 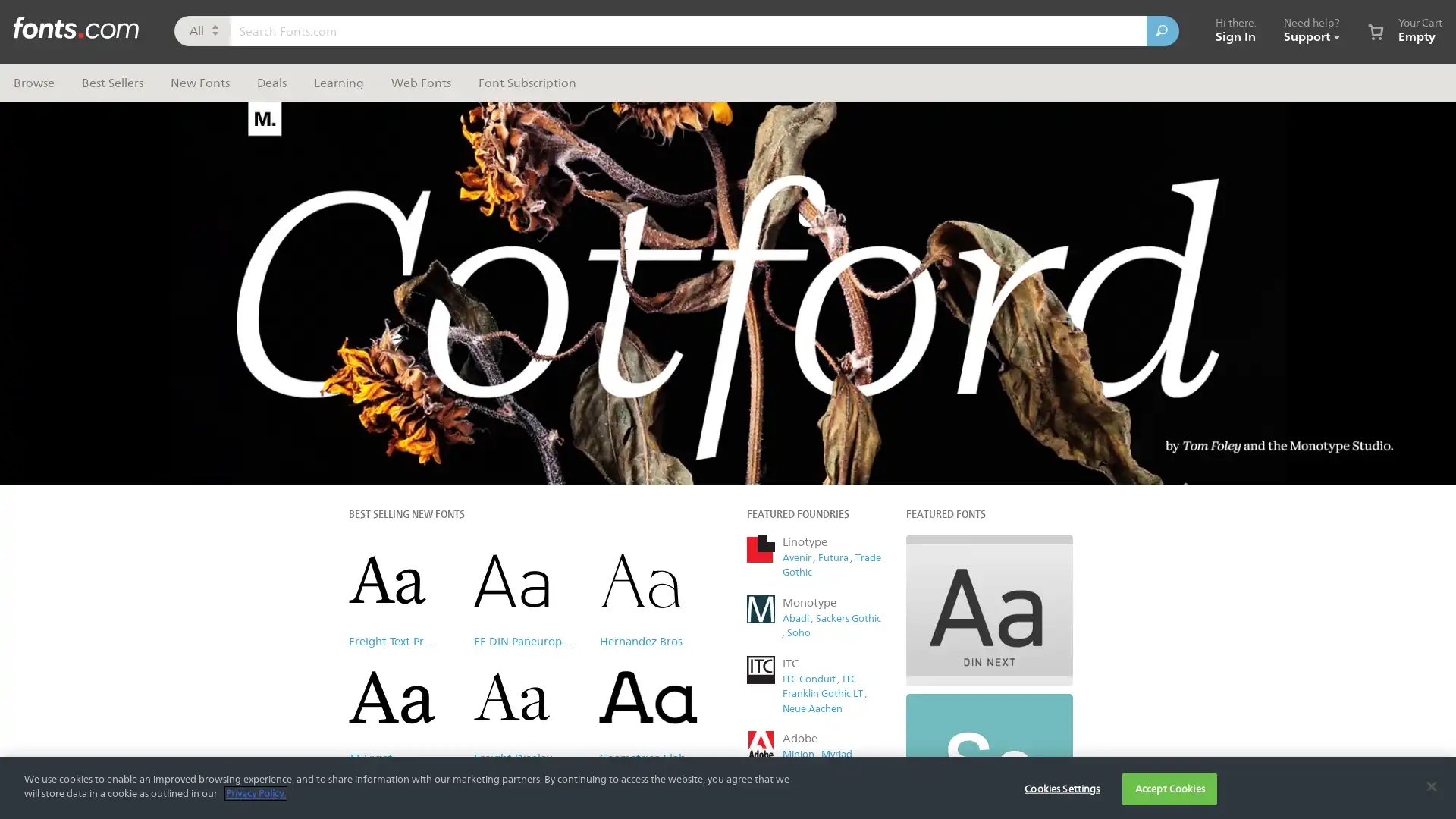 I want to click on Accept Cookies, so click(x=1169, y=788).